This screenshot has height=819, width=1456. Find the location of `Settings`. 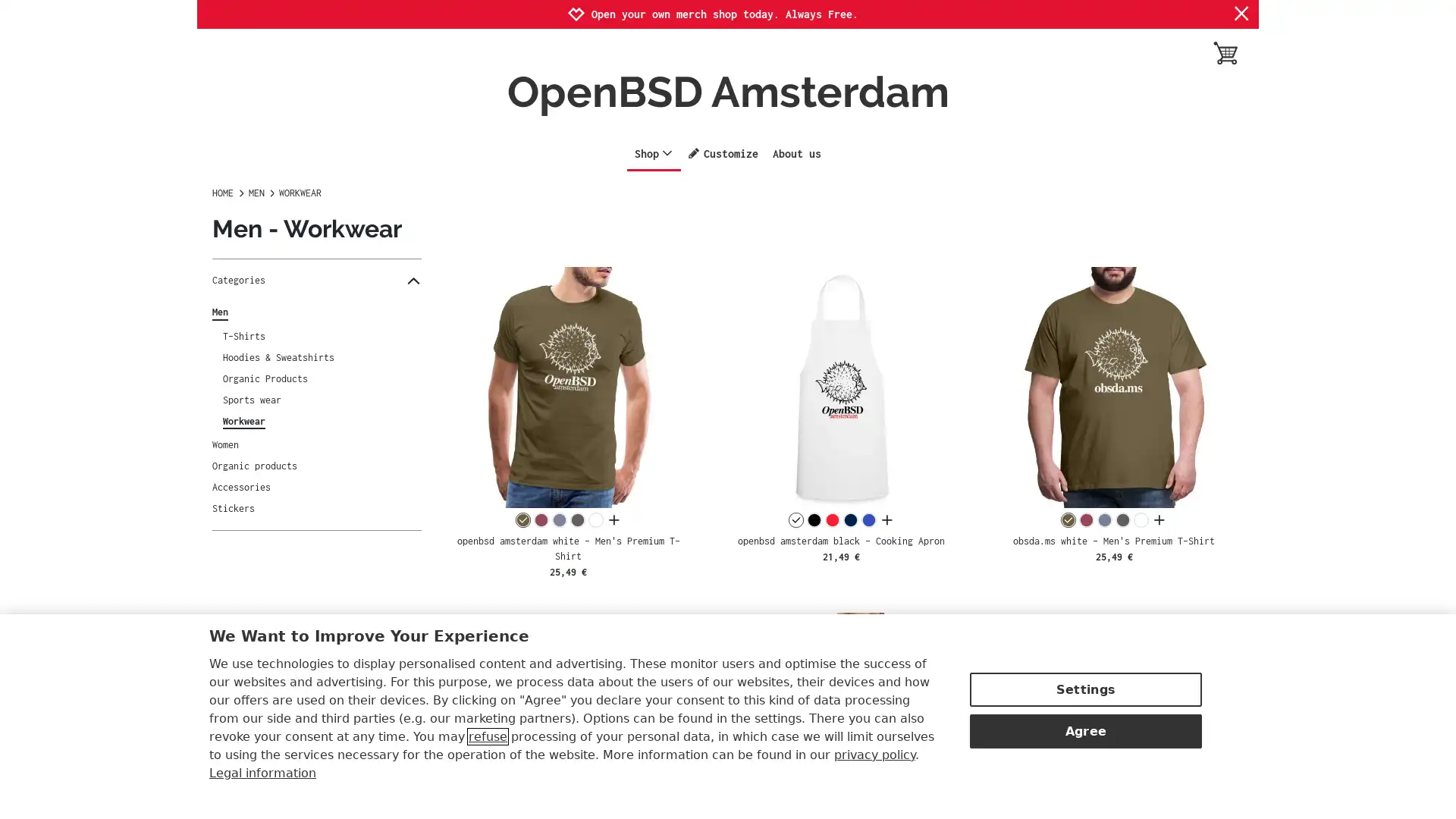

Settings is located at coordinates (1084, 689).